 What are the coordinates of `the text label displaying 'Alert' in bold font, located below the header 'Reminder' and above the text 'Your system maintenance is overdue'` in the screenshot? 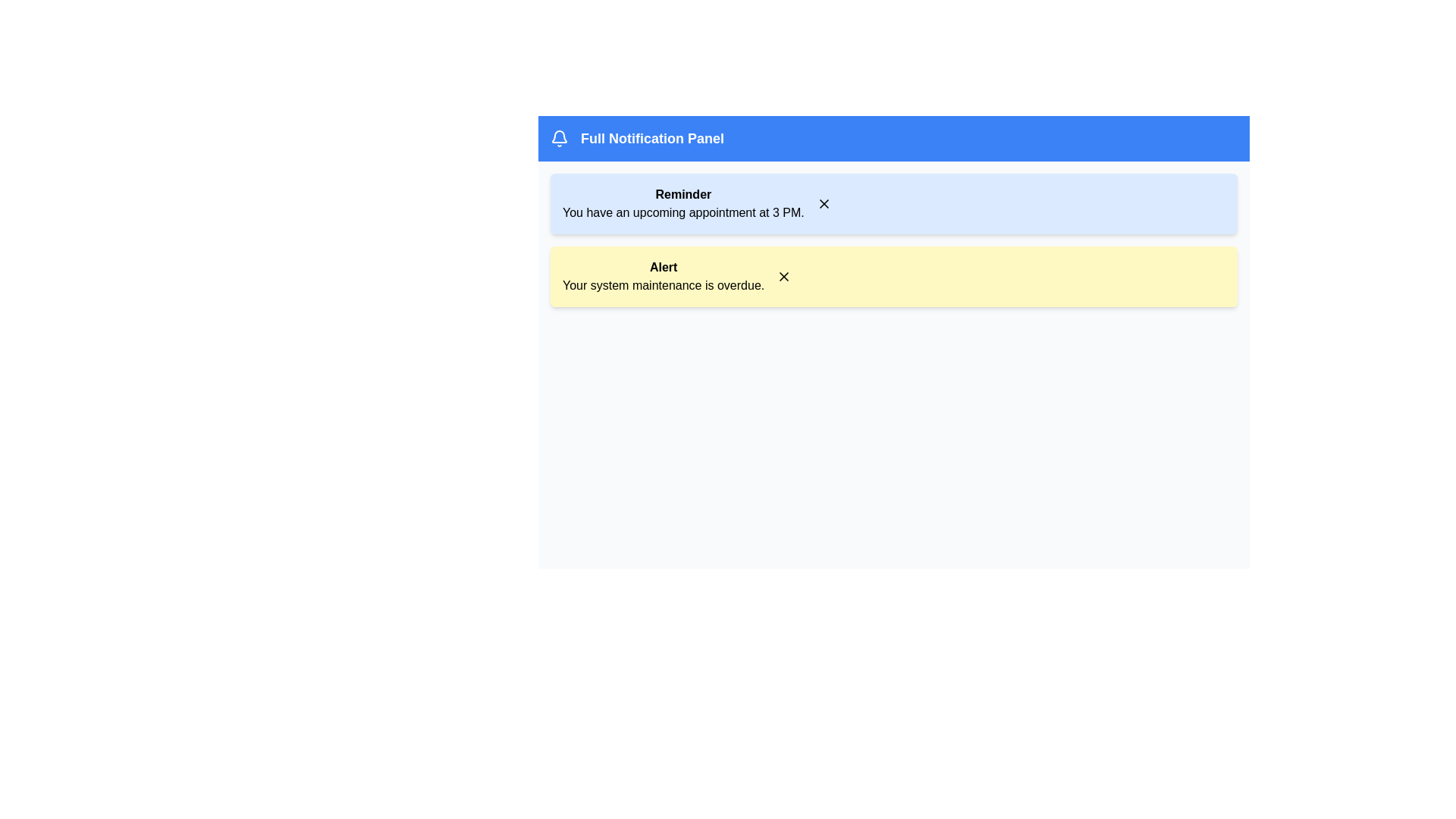 It's located at (664, 267).